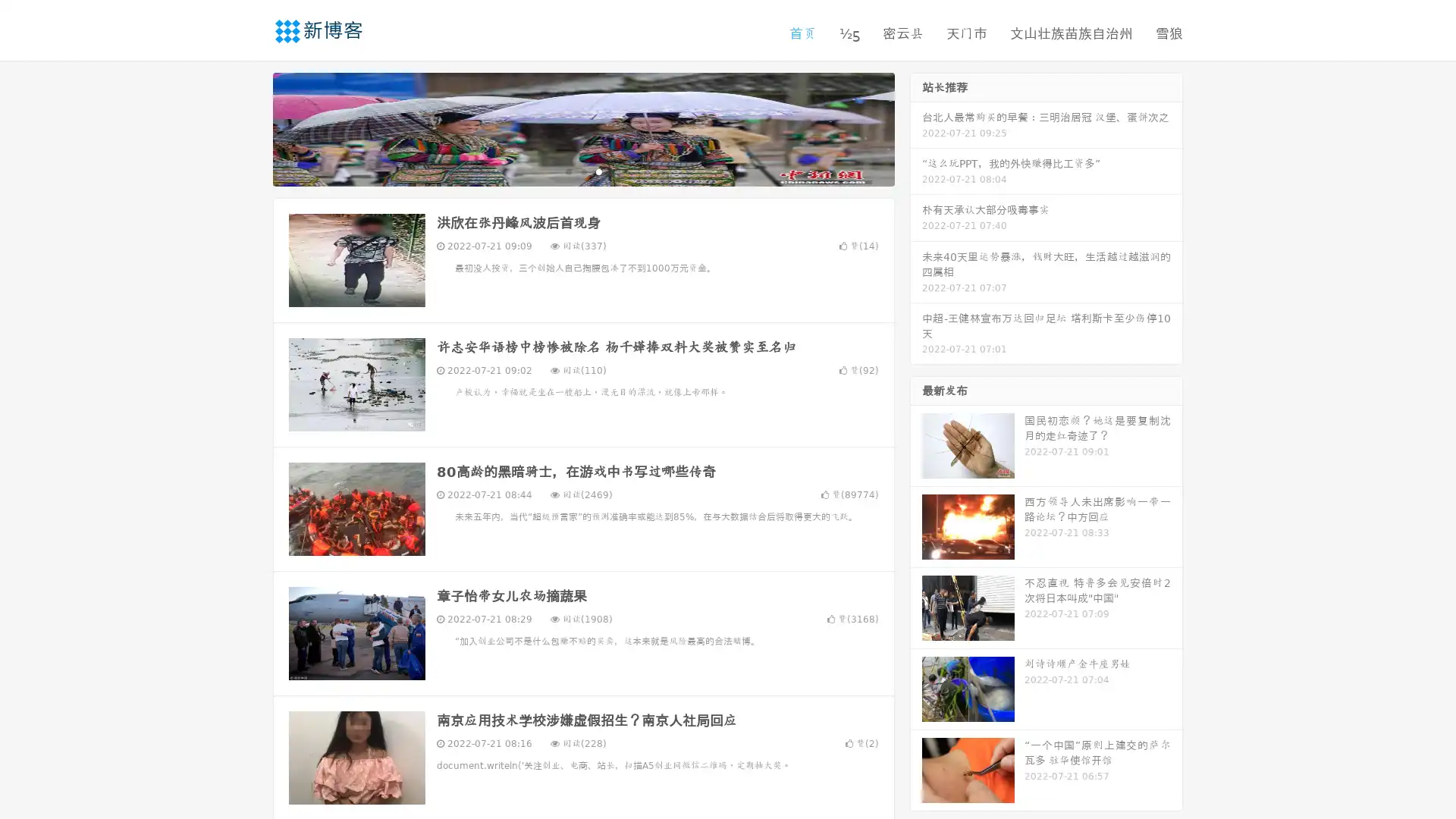 This screenshot has height=819, width=1456. Describe the element at coordinates (916, 127) in the screenshot. I see `Next slide` at that location.